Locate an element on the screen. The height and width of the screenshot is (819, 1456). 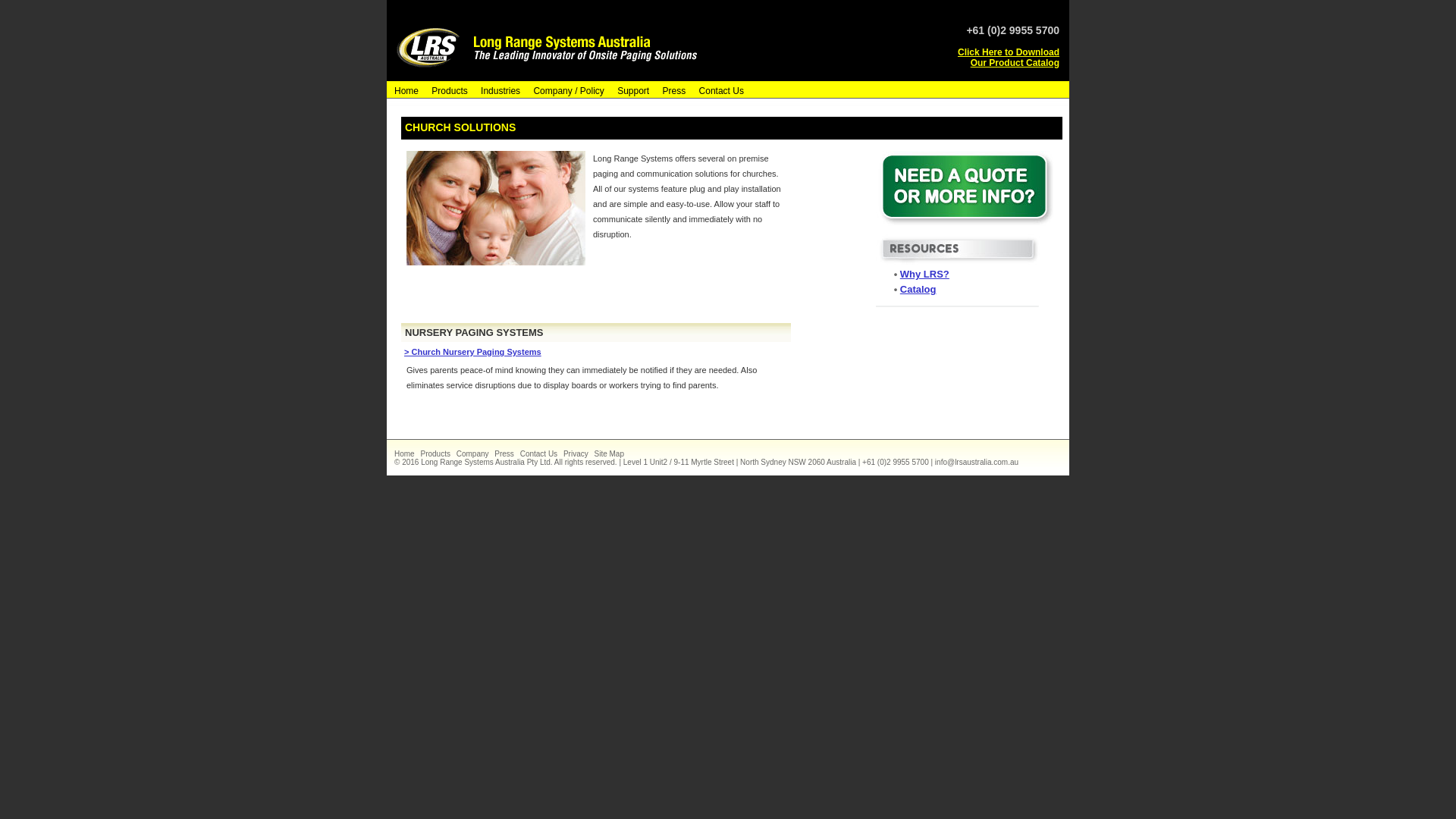
'Contact Us' is located at coordinates (541, 452).